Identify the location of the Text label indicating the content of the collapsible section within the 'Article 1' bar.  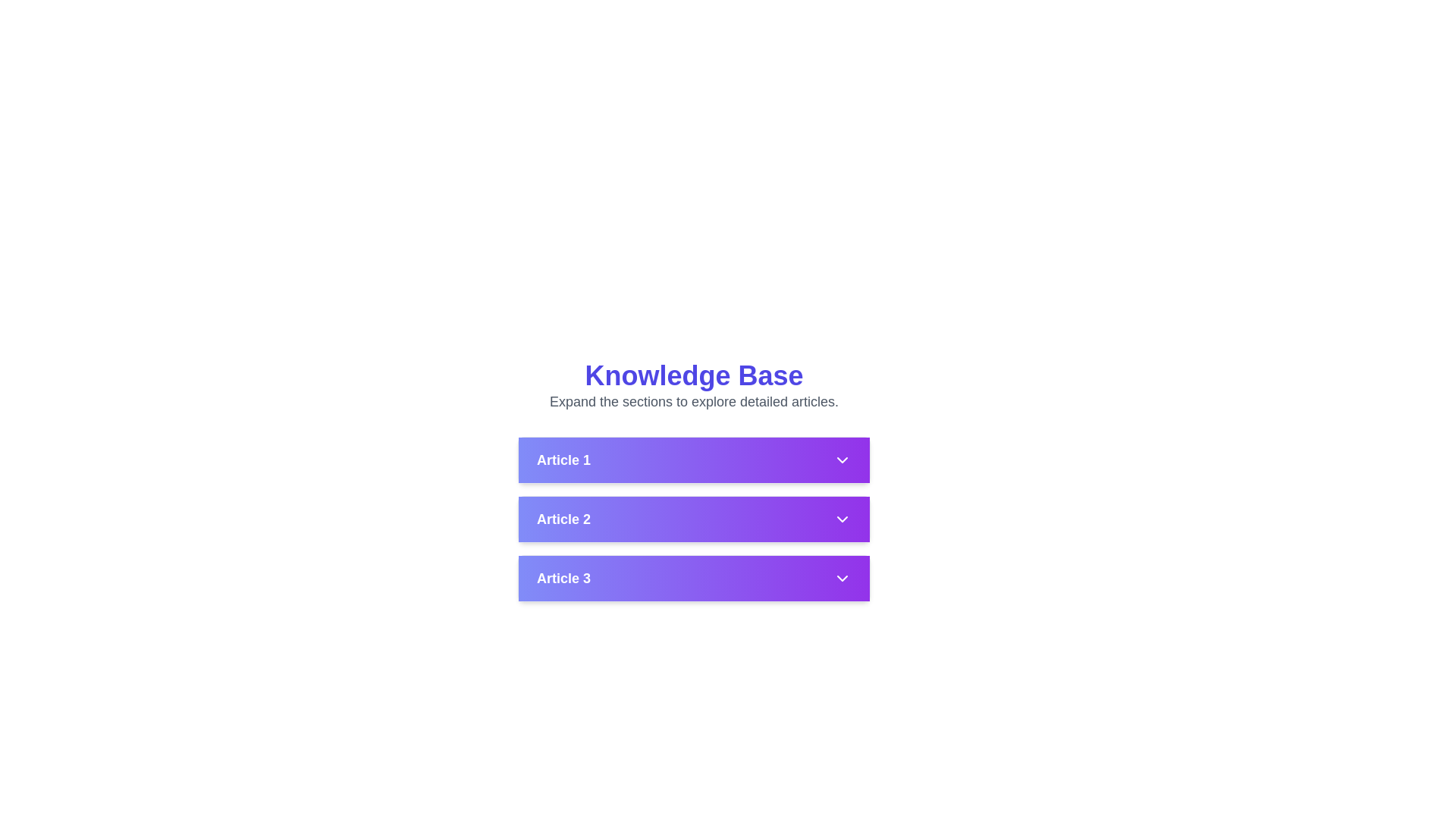
(563, 459).